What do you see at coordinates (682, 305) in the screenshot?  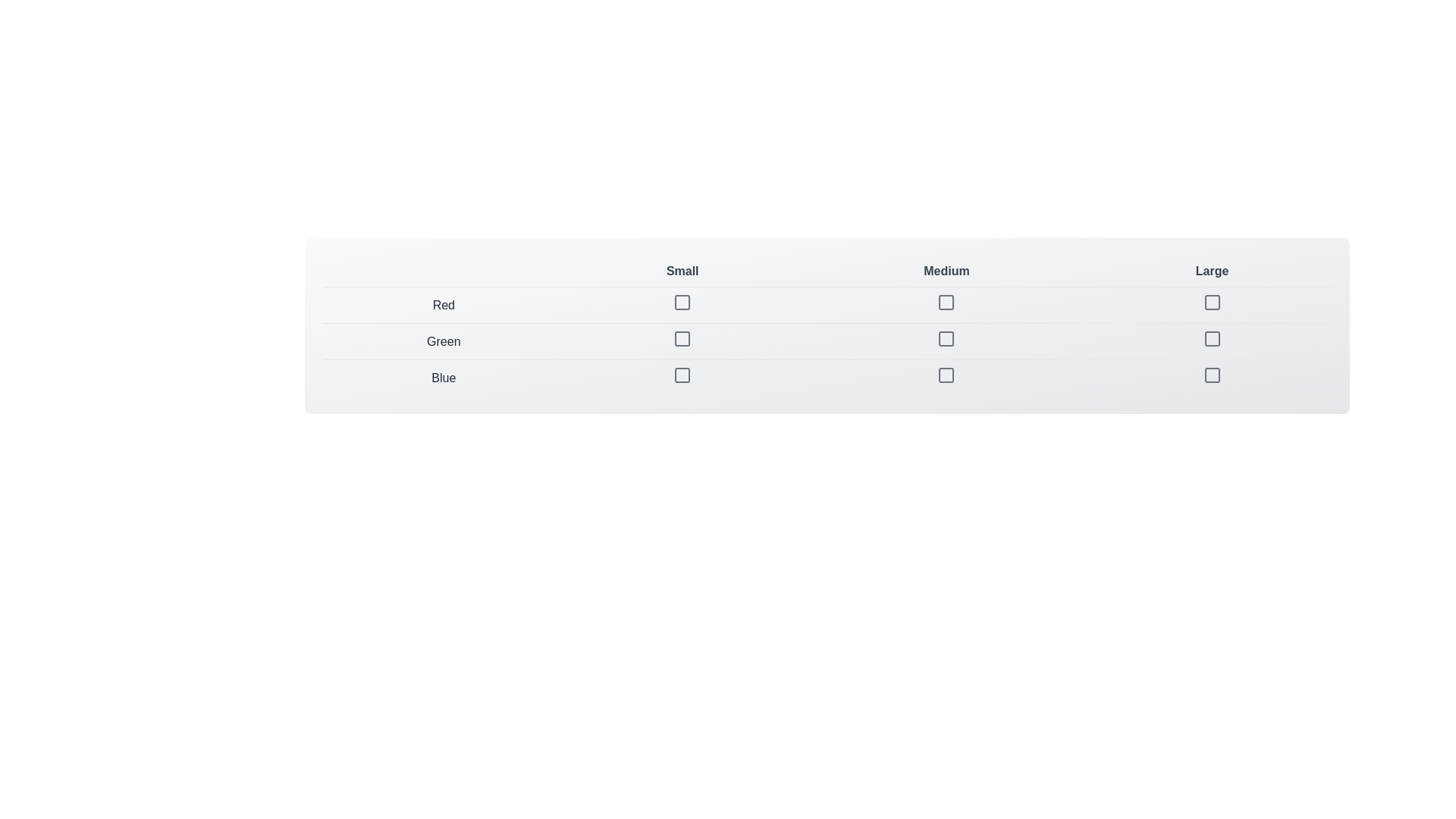 I see `the checkbox located` at bounding box center [682, 305].